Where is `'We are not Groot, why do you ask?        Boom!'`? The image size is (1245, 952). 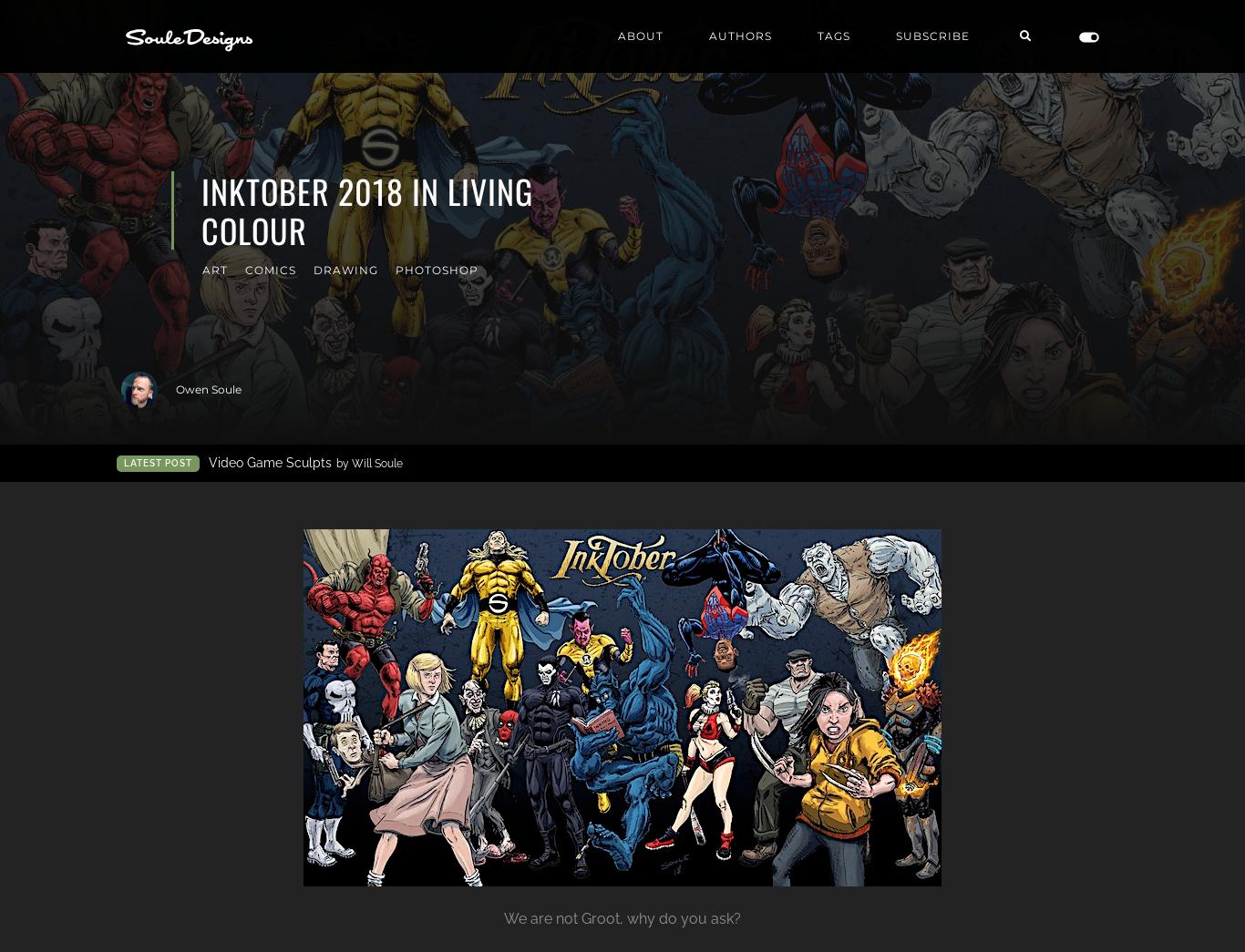 'We are not Groot, why do you ask?        Boom!' is located at coordinates (764, 181).